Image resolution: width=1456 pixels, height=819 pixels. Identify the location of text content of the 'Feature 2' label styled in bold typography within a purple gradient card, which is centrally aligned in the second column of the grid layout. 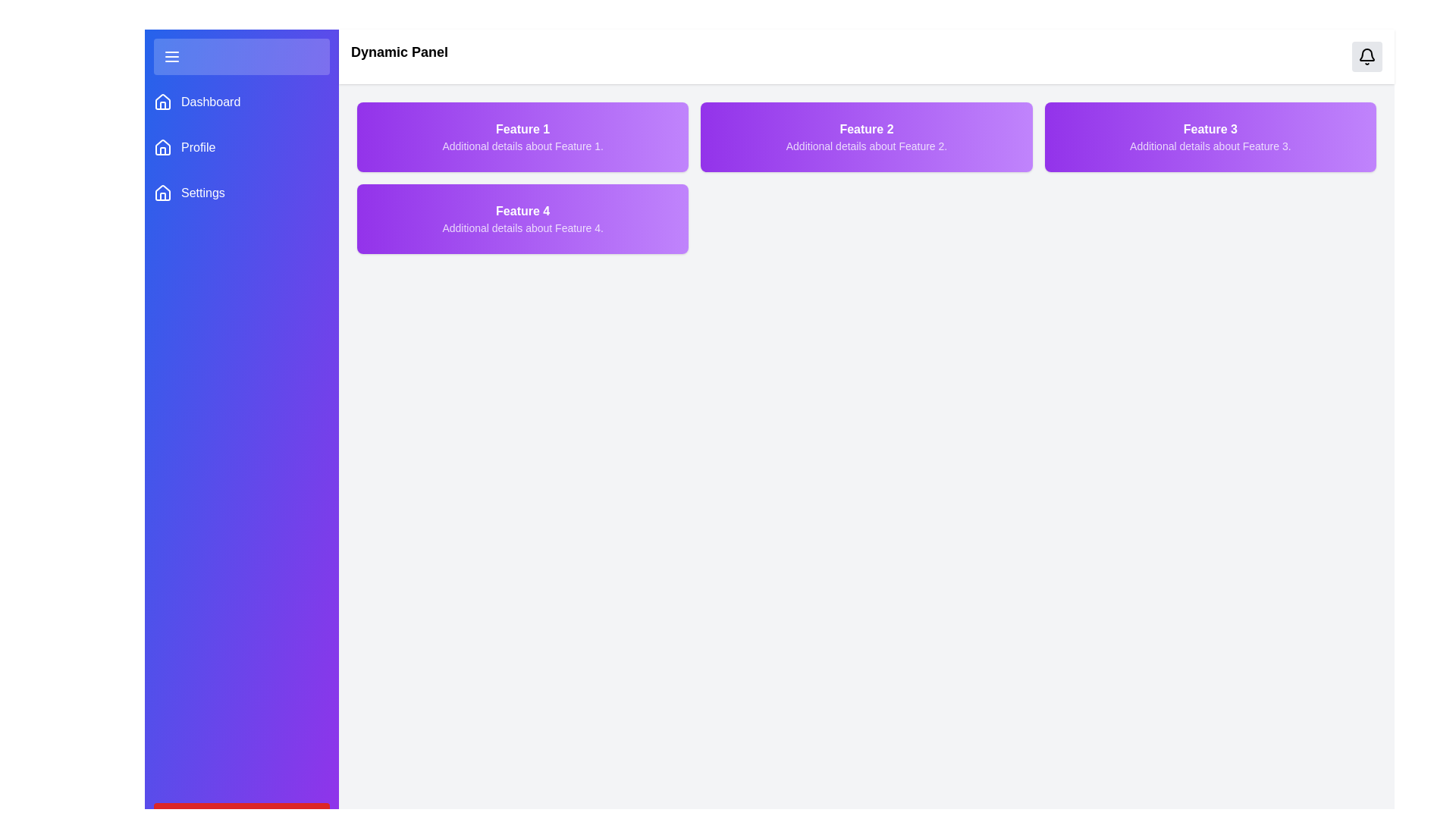
(866, 128).